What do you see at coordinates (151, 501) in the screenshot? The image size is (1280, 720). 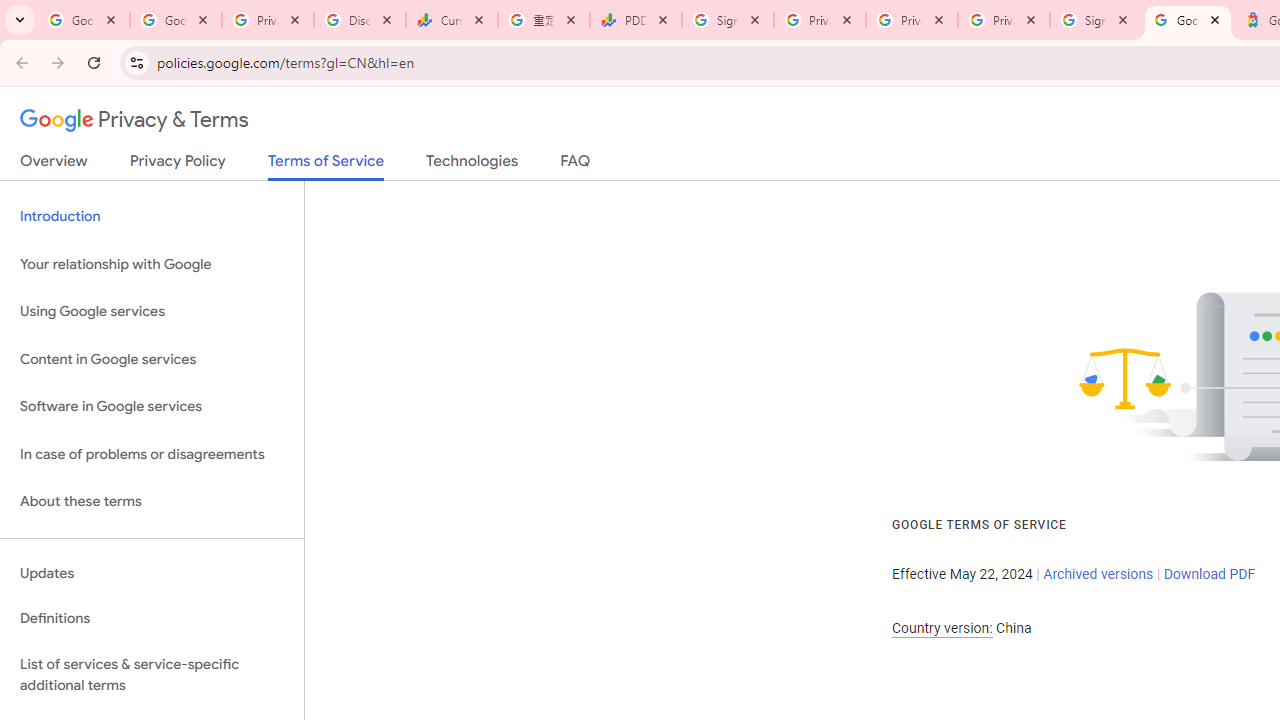 I see `'About these terms'` at bounding box center [151, 501].